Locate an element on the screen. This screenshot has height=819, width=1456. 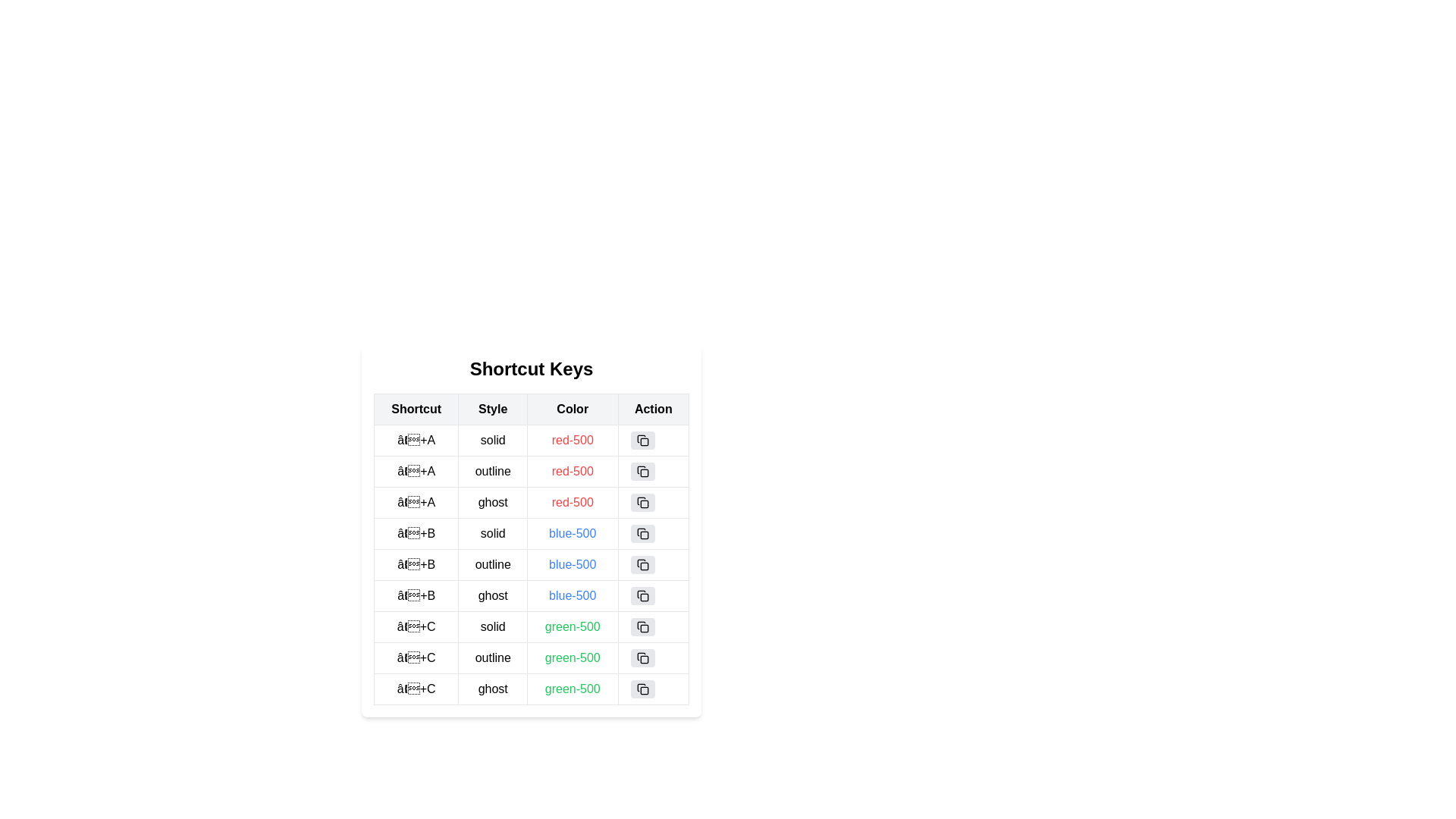
the copy icon in the 'Action' column of the second row, which is aligned with the 'outline' style and 'blue-500' color is located at coordinates (642, 564).